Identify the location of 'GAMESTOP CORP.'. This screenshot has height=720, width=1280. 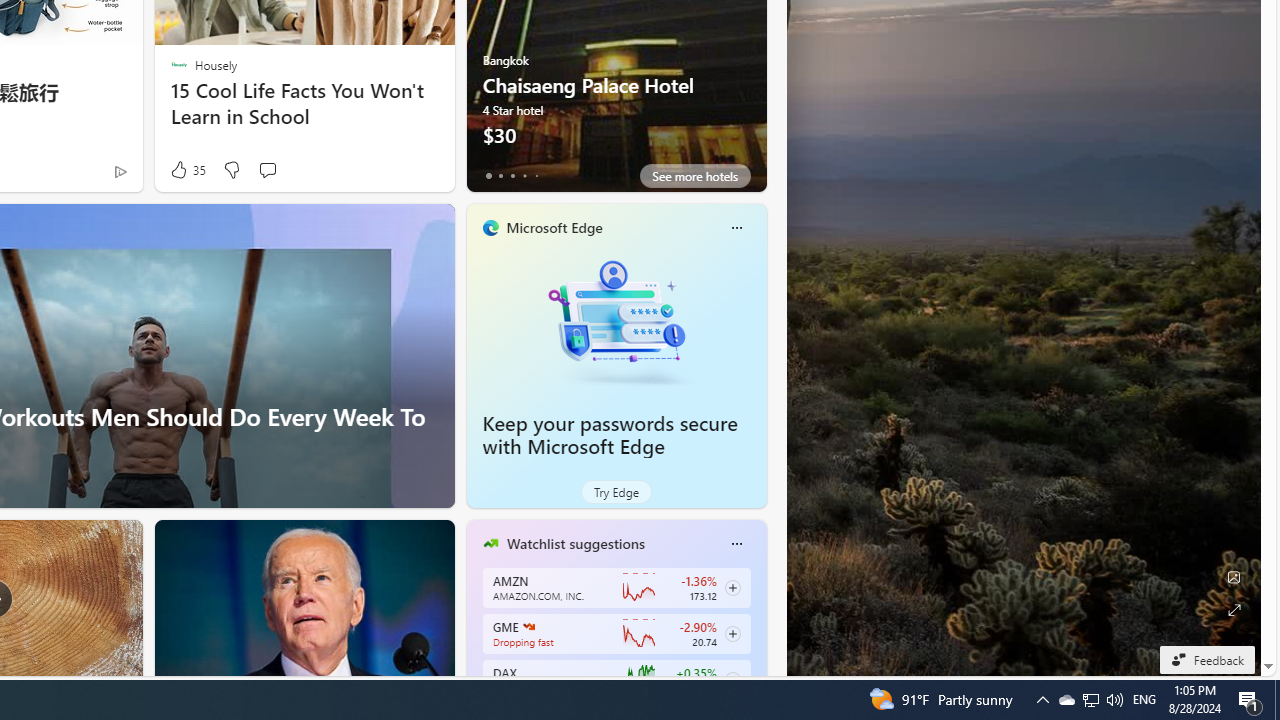
(528, 625).